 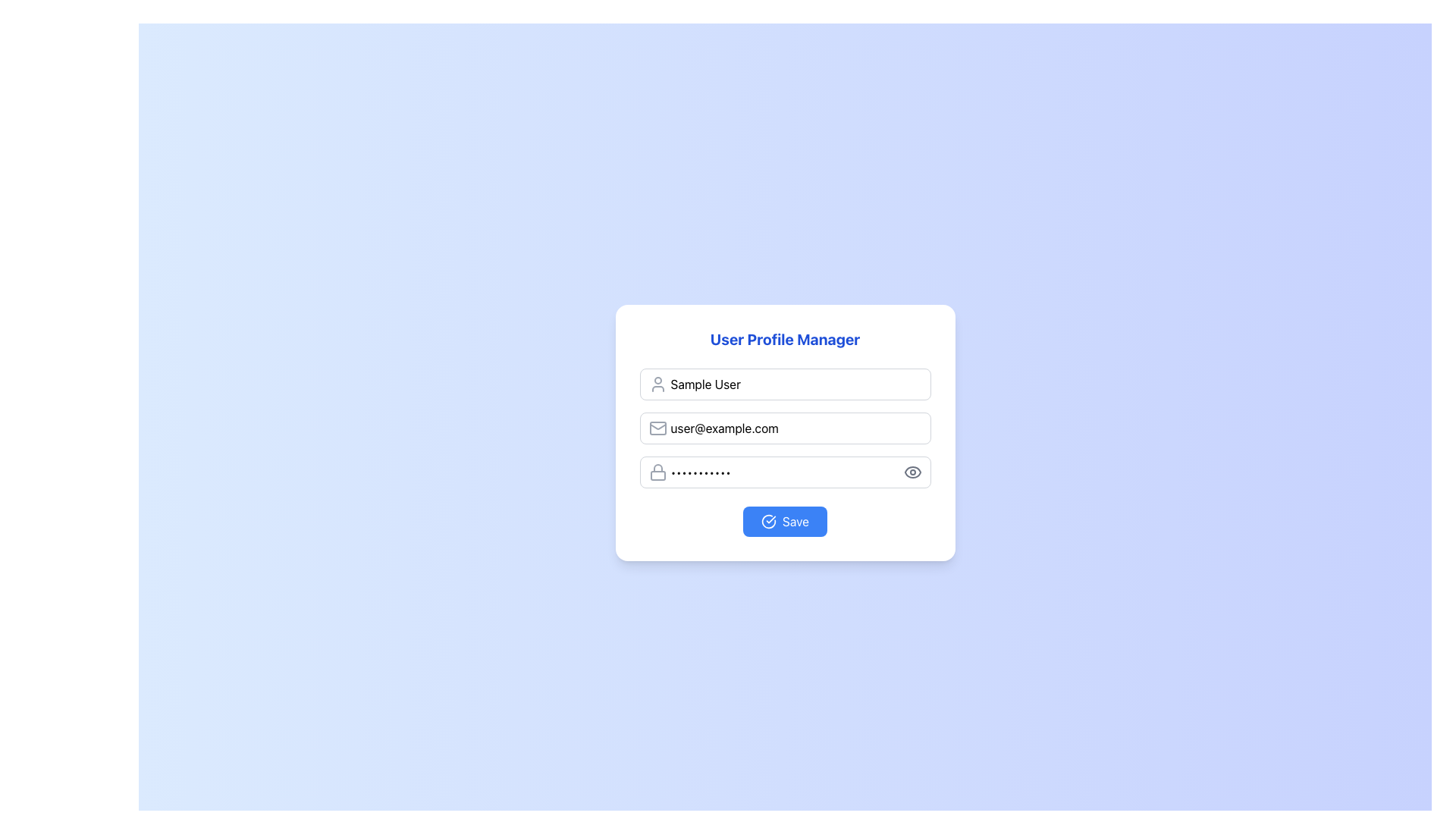 What do you see at coordinates (768, 520) in the screenshot?
I see `the left component of the checkmark icon within the 'Save' button, which indicates confirmation or success` at bounding box center [768, 520].